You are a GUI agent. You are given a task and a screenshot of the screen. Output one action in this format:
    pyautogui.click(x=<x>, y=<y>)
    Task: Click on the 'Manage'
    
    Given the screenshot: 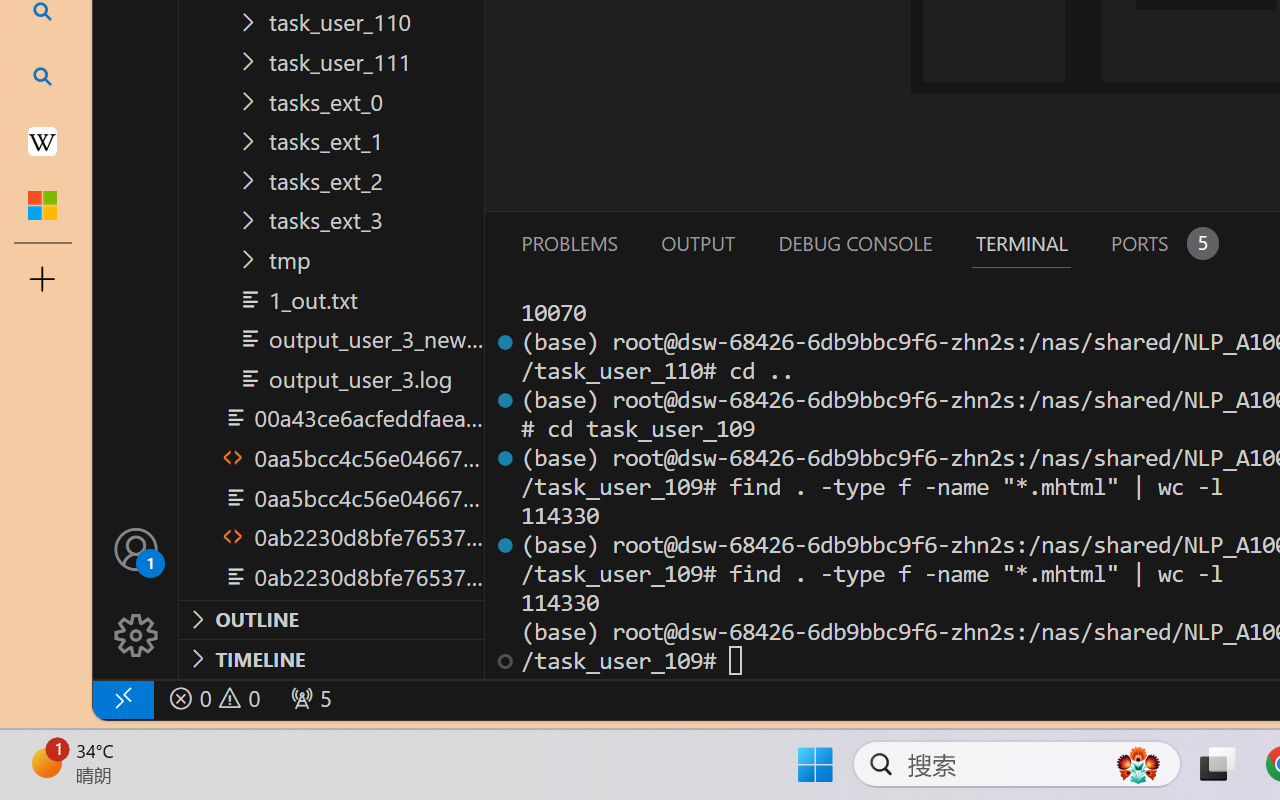 What is the action you would take?
    pyautogui.click(x=134, y=634)
    